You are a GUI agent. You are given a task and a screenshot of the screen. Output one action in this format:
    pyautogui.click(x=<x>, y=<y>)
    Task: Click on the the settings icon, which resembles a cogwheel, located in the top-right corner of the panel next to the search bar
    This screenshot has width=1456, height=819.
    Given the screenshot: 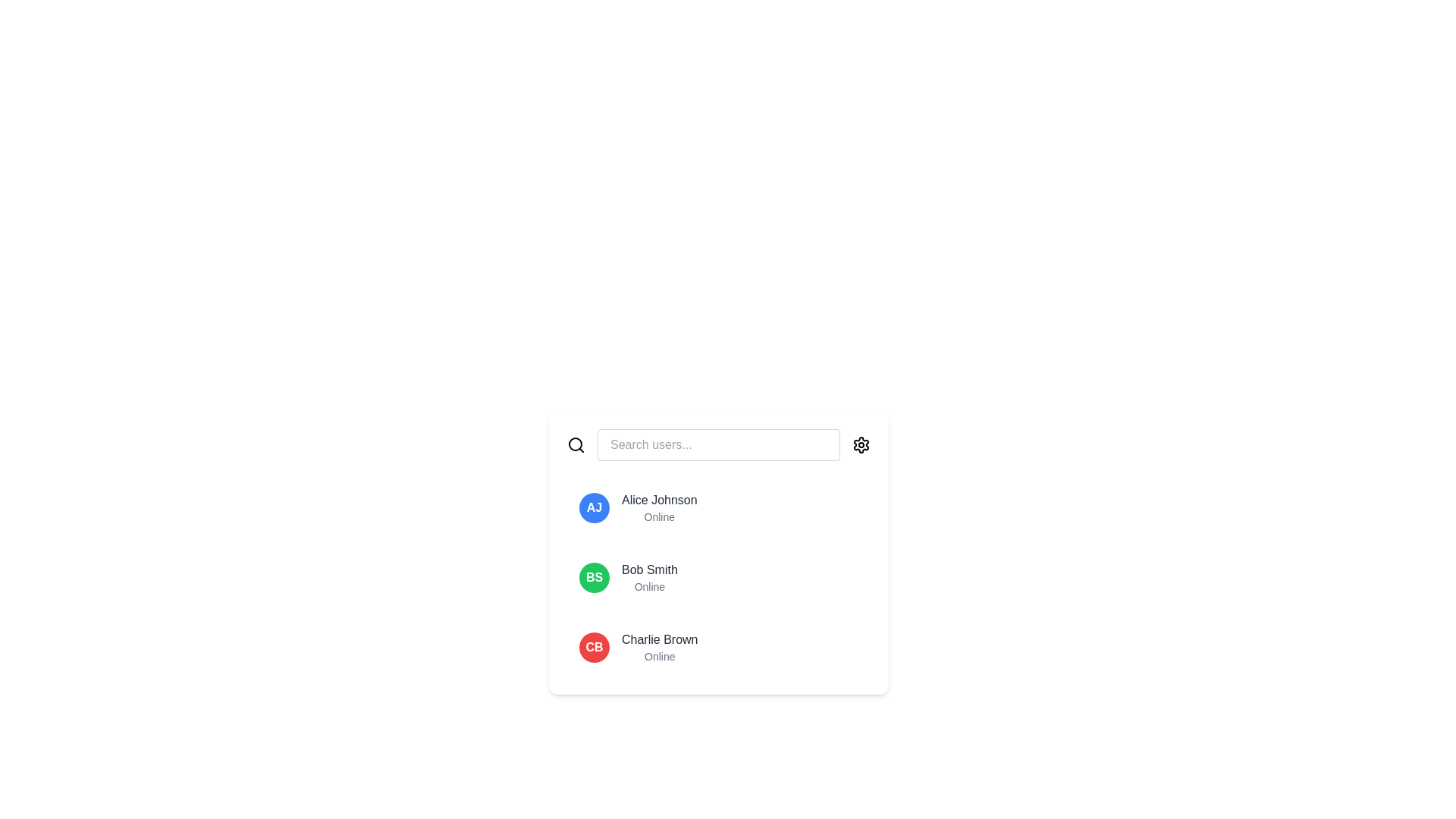 What is the action you would take?
    pyautogui.click(x=861, y=444)
    